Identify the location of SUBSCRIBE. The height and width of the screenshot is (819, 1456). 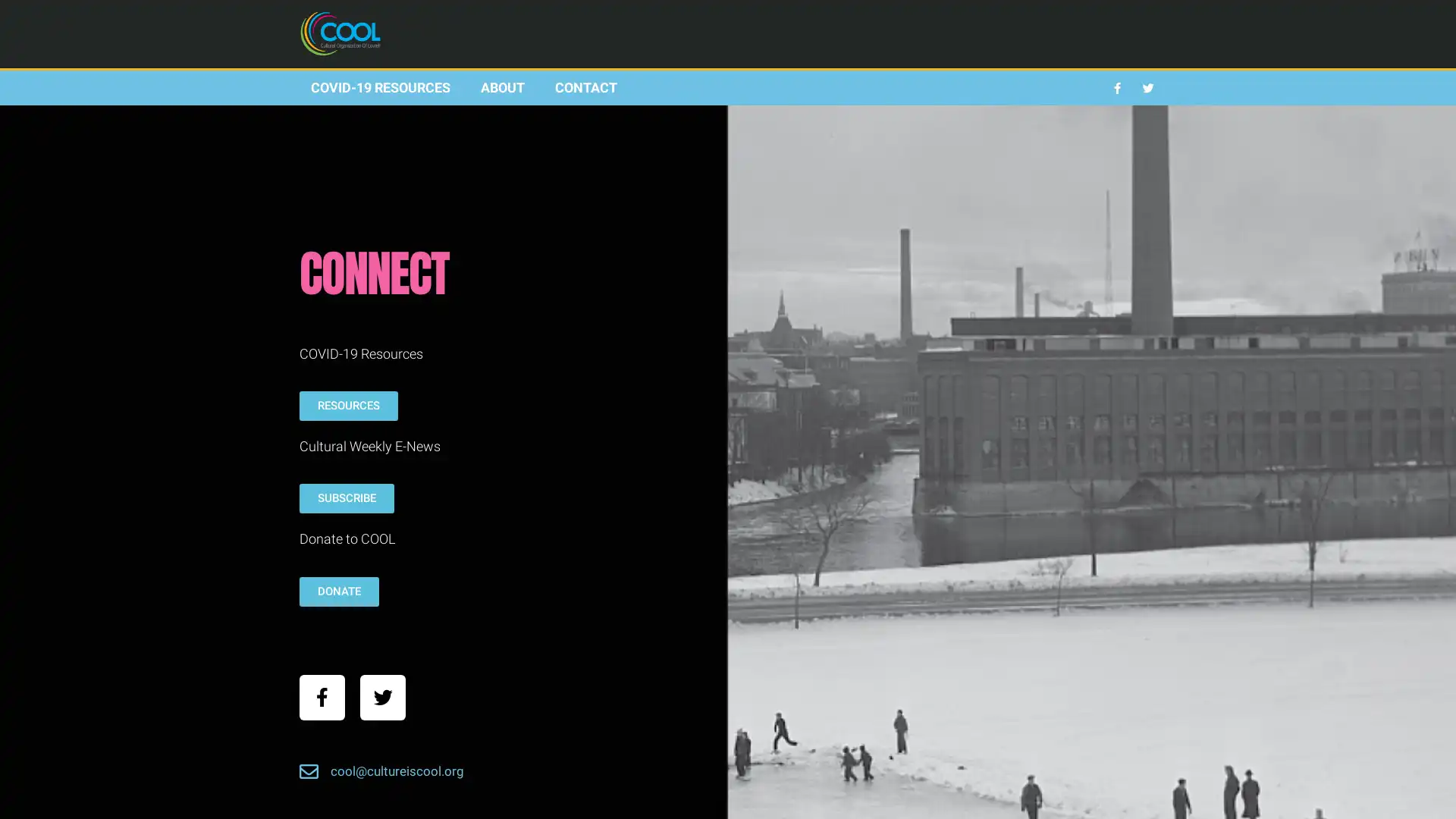
(346, 498).